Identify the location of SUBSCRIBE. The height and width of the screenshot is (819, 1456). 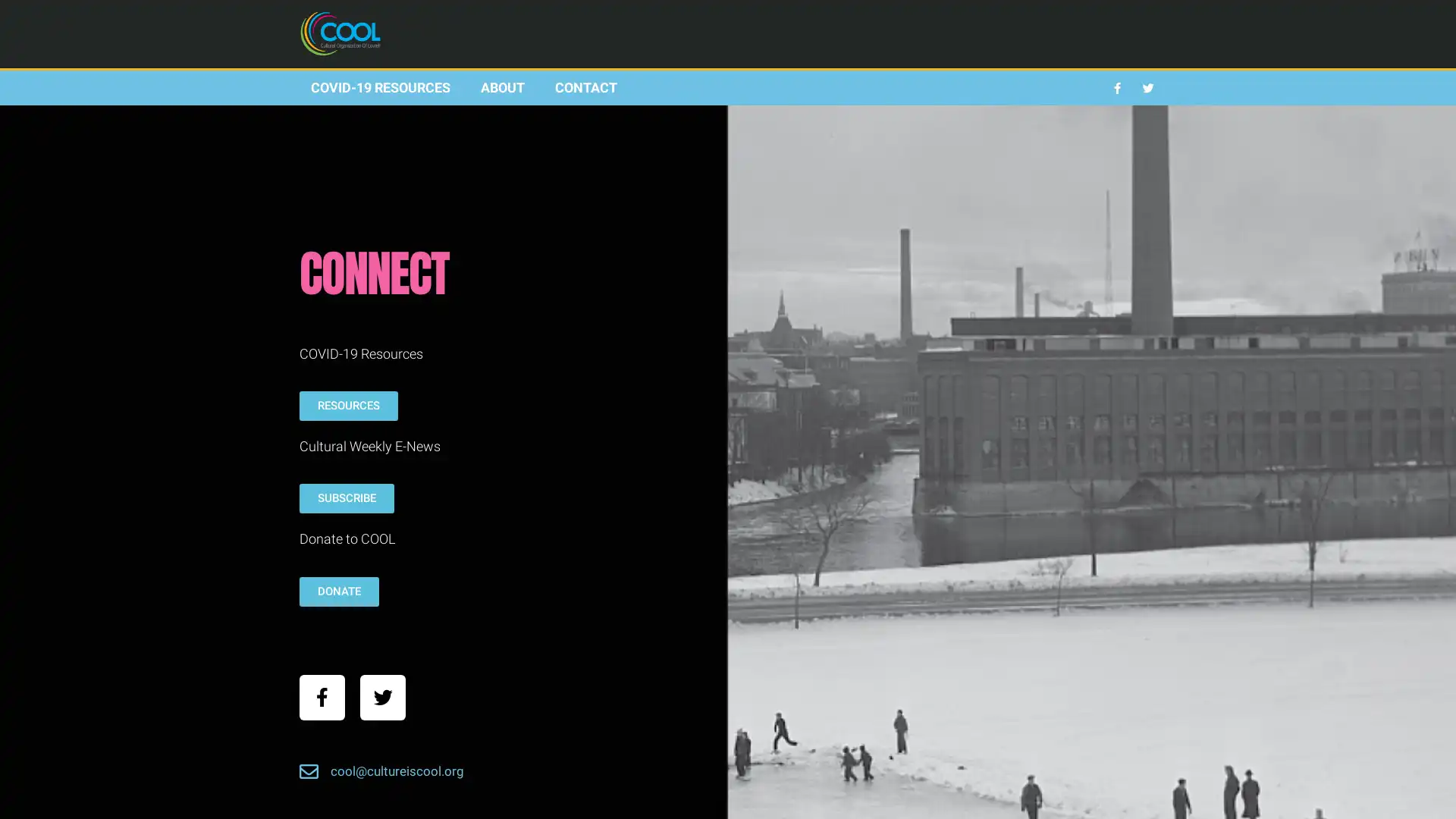
(346, 498).